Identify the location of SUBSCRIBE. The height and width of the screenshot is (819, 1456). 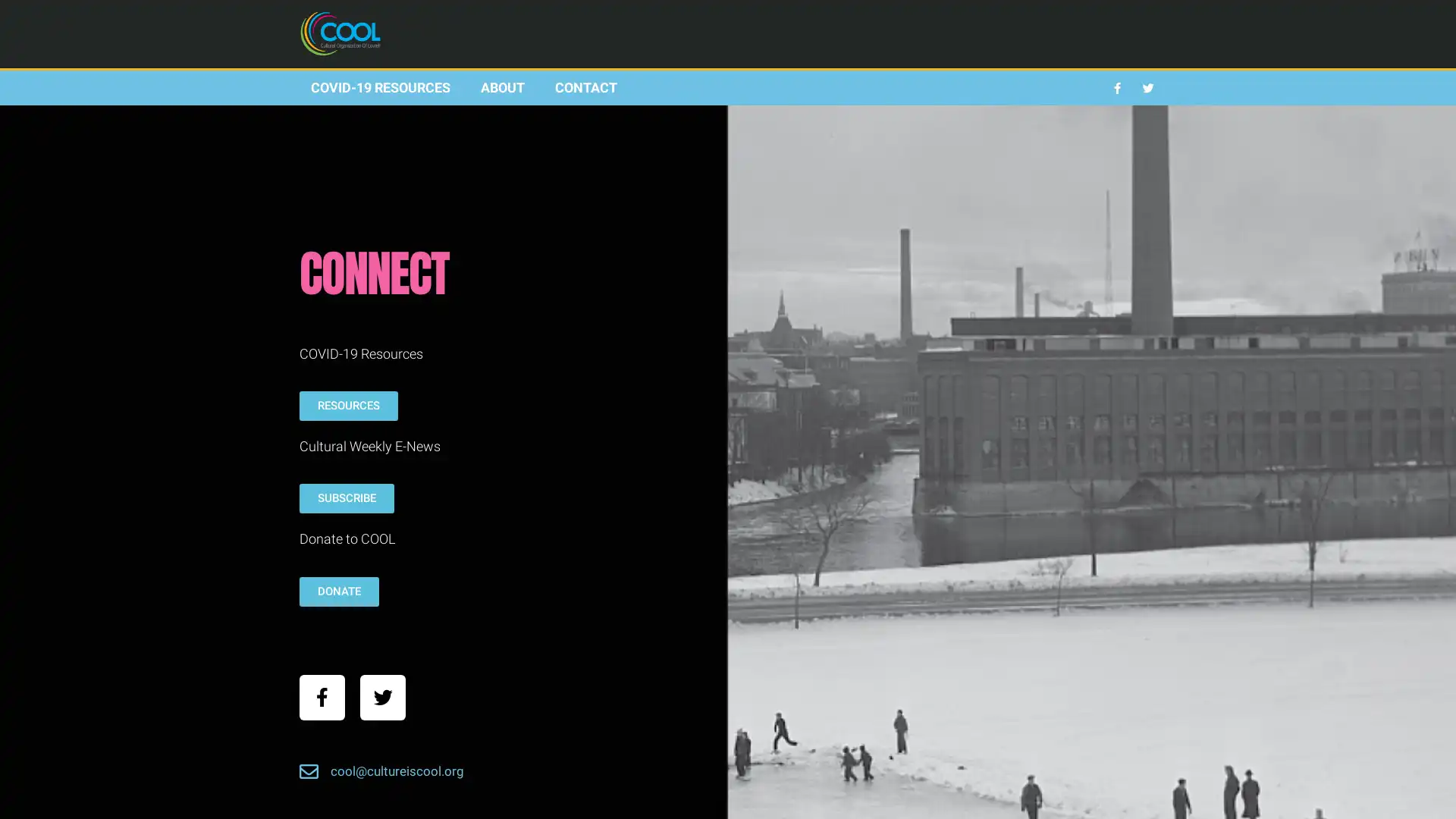
(346, 498).